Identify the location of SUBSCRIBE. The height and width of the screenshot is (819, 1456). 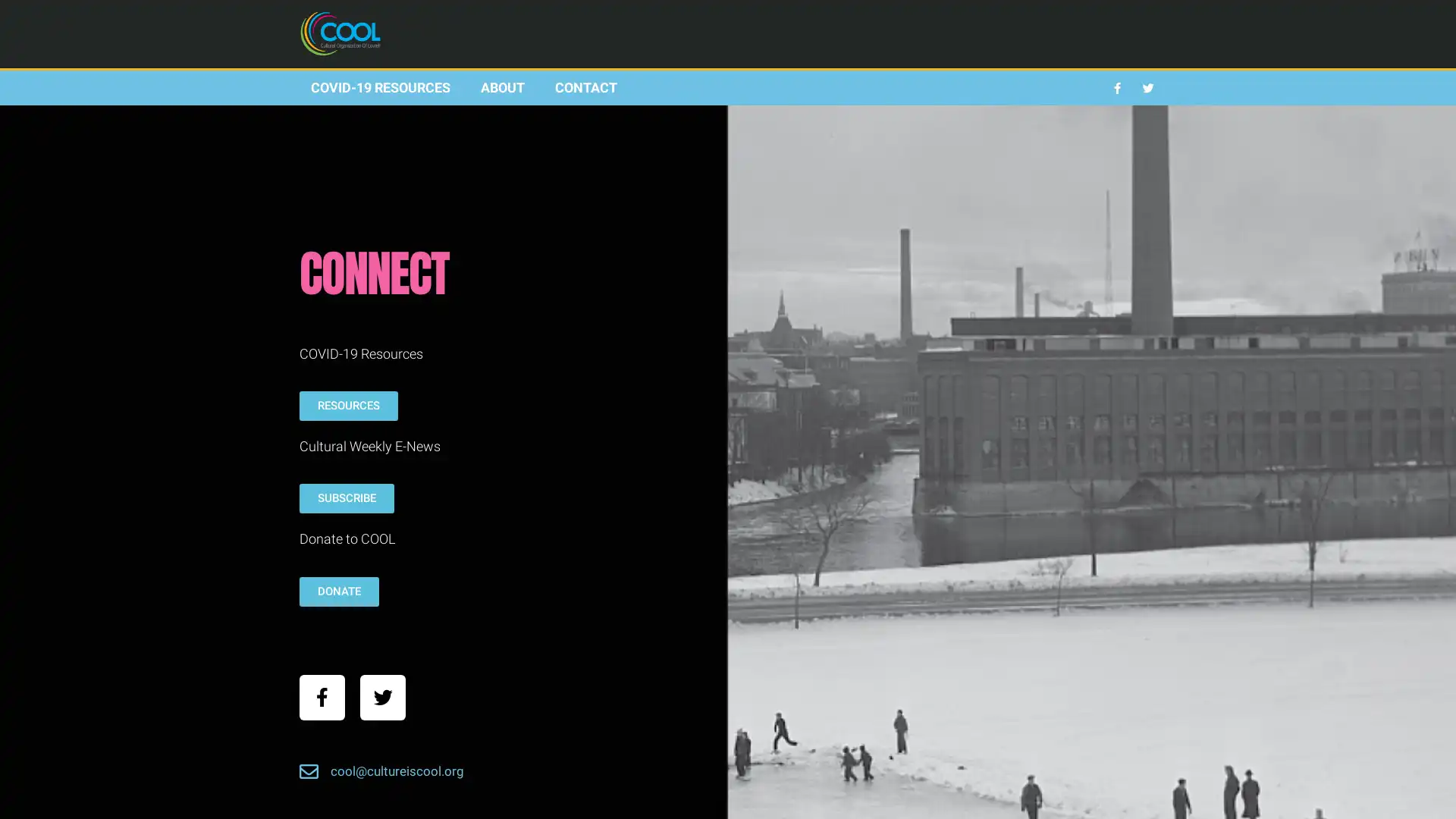
(346, 498).